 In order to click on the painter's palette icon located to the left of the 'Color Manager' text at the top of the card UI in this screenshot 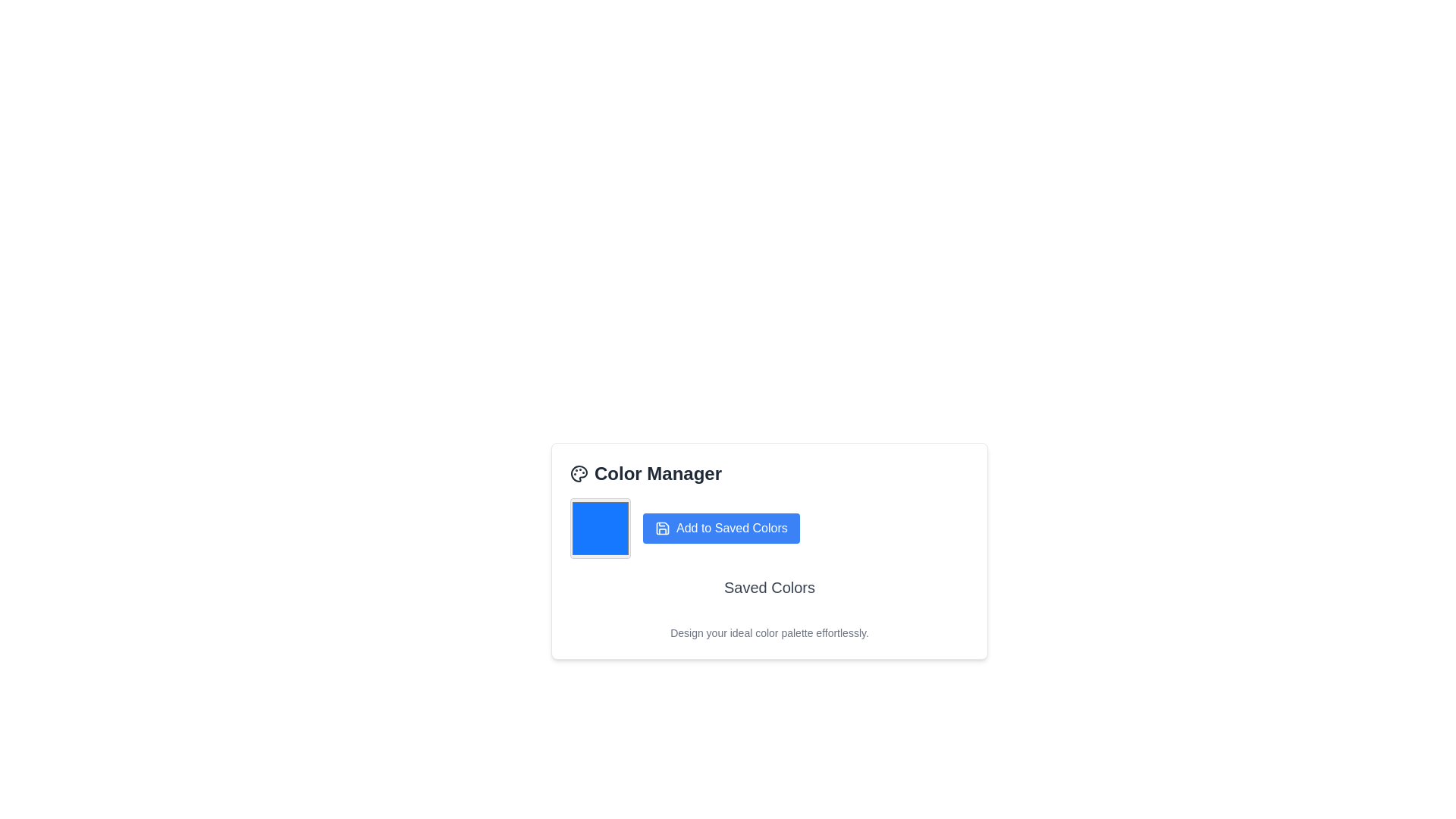, I will do `click(578, 472)`.